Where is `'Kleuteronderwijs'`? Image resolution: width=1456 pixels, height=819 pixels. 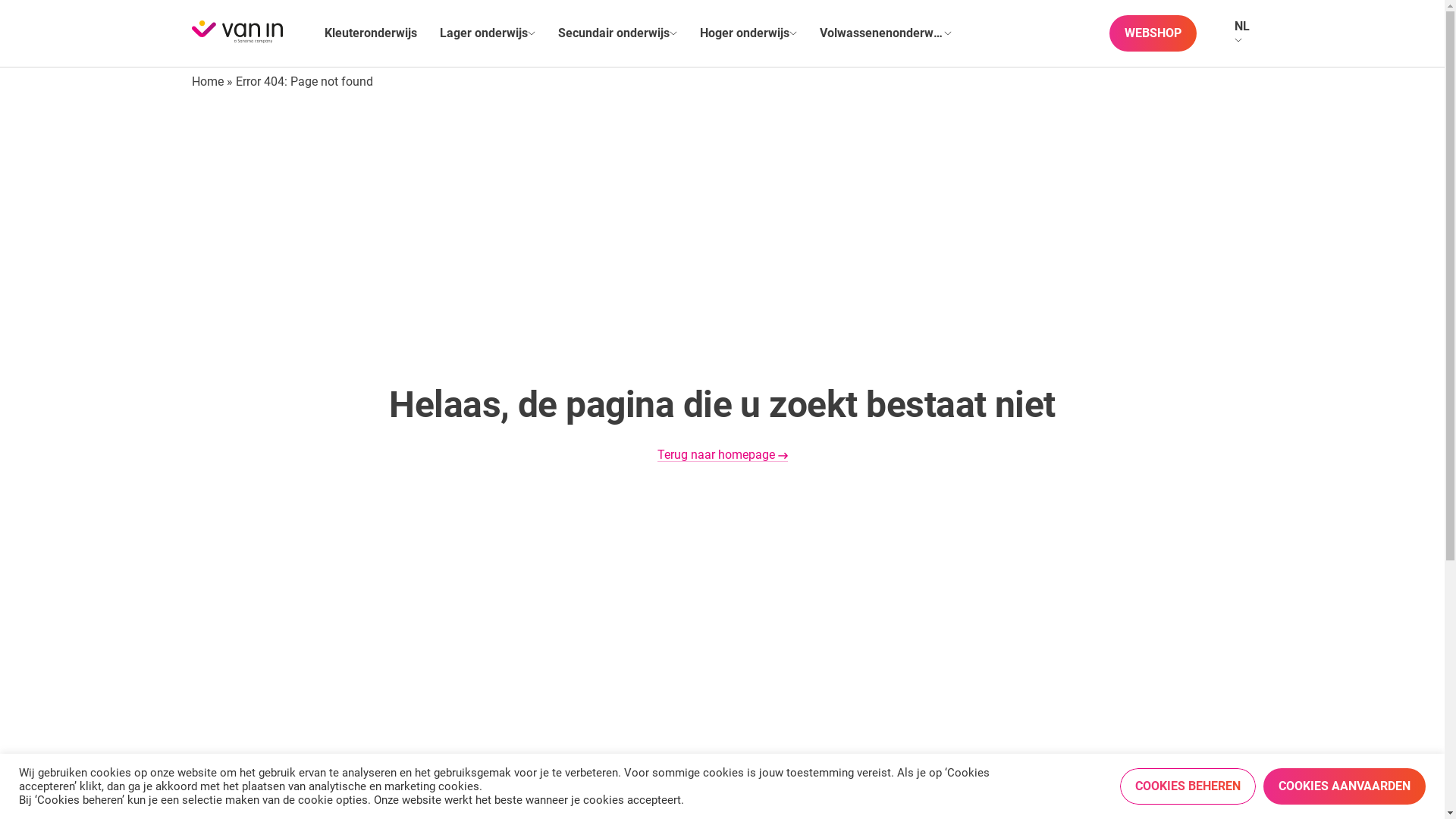 'Kleuteronderwijs' is located at coordinates (371, 33).